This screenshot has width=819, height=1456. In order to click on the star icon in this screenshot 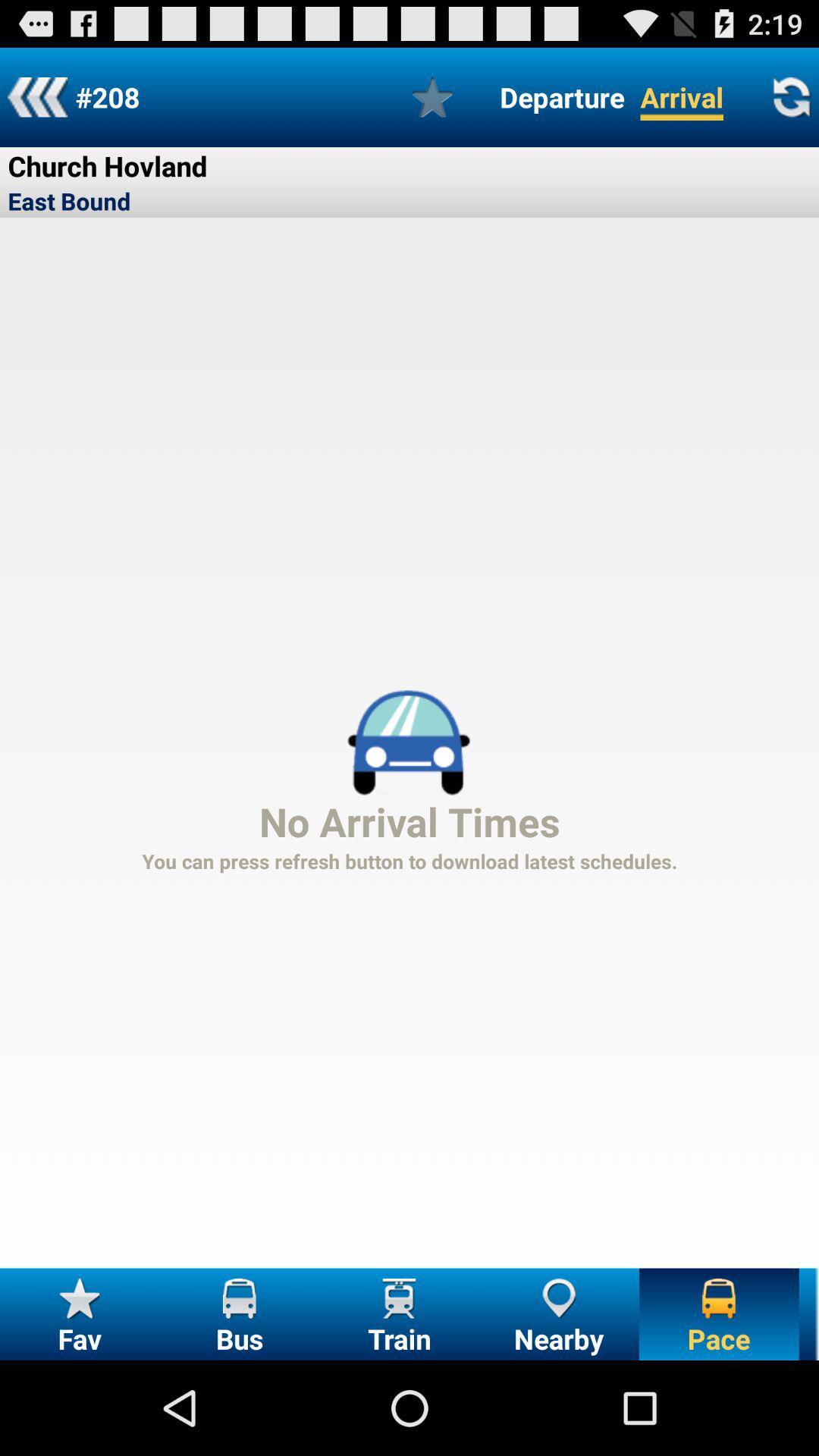, I will do `click(432, 103)`.